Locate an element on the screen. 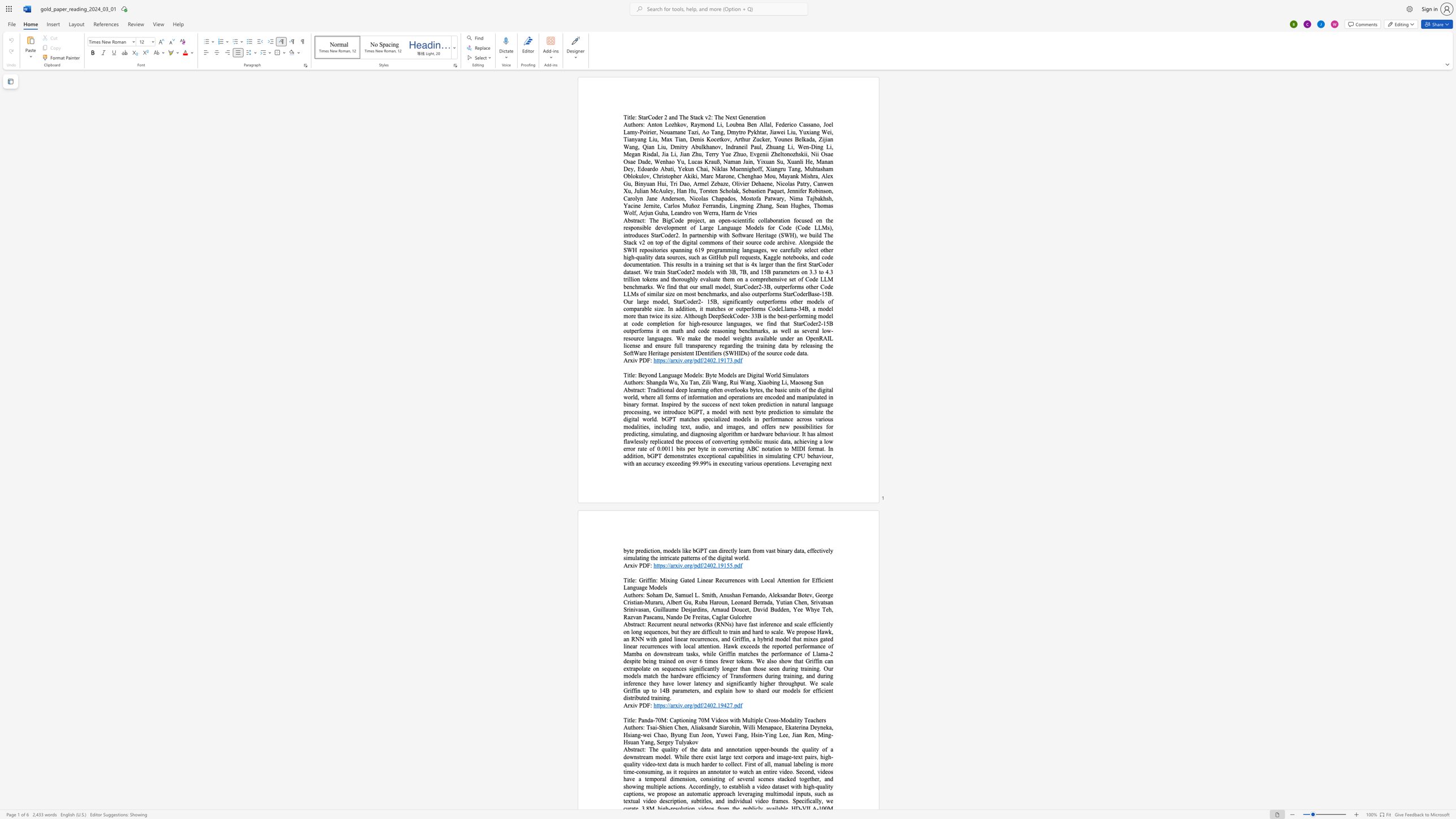 The height and width of the screenshot is (819, 1456). the 1th character "N" in the text is located at coordinates (726, 117).